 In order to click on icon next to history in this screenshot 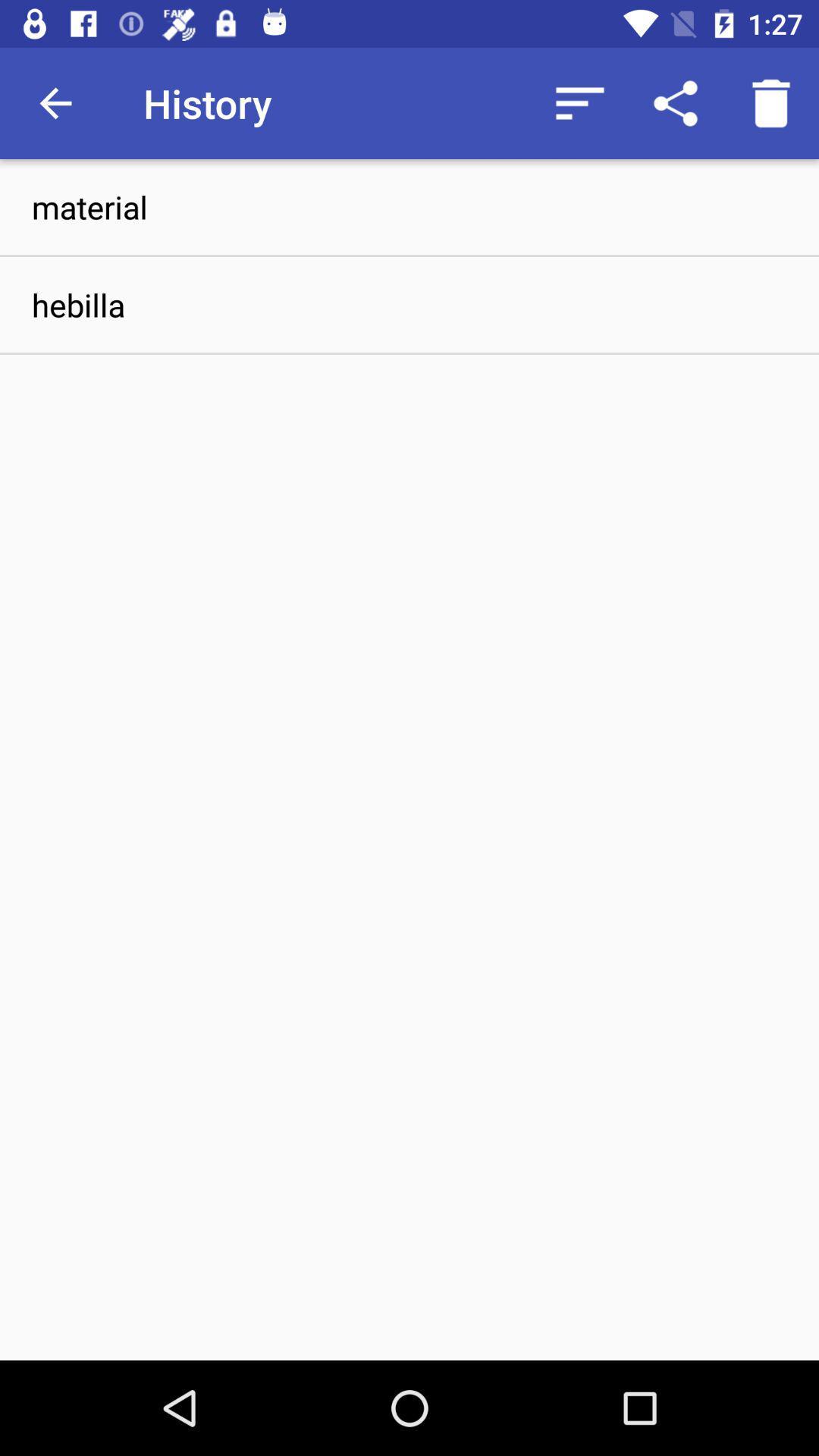, I will do `click(579, 102)`.